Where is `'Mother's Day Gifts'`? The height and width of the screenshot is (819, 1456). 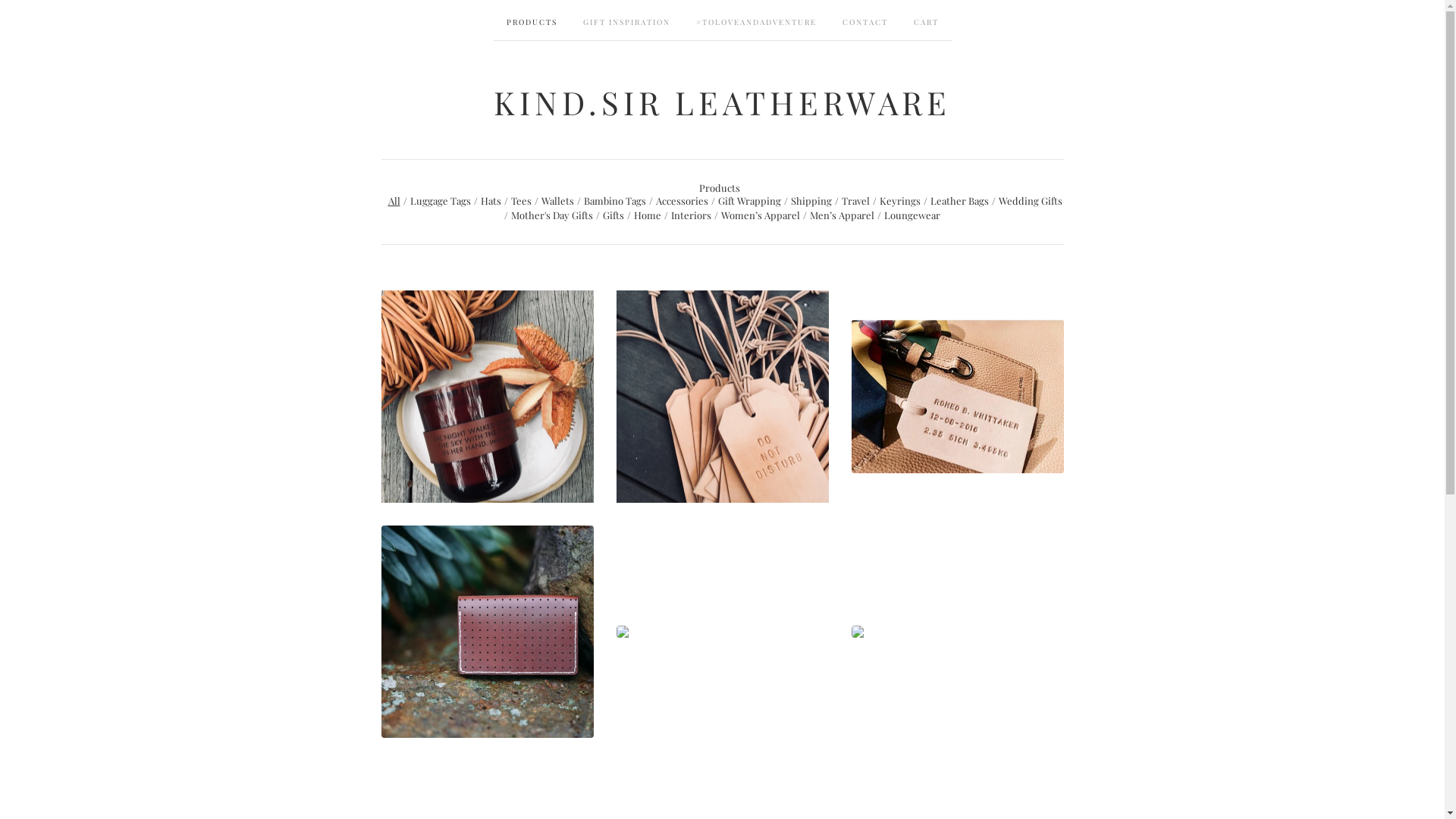
'Mother's Day Gifts' is located at coordinates (551, 215).